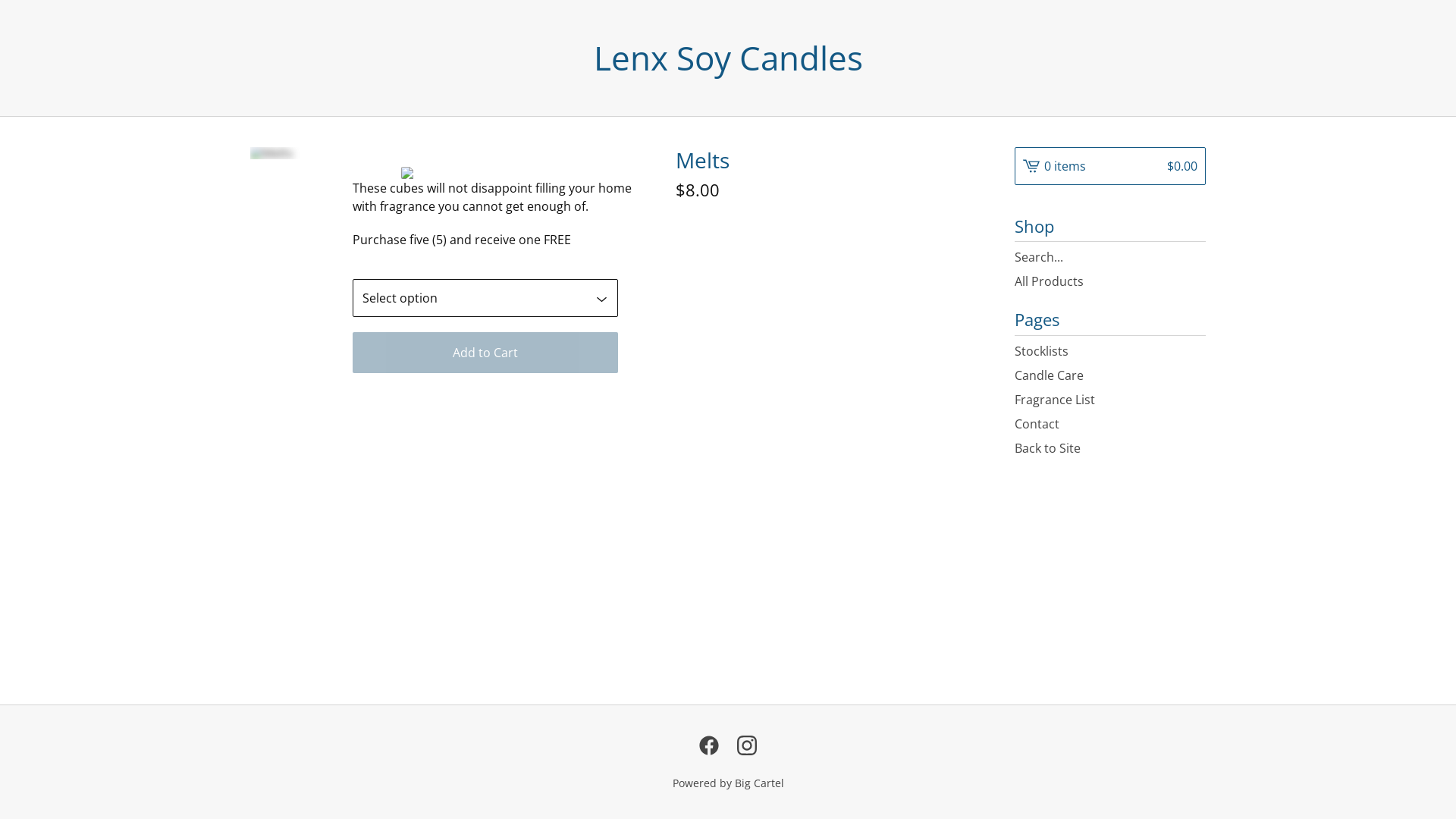 The width and height of the screenshot is (1456, 819). What do you see at coordinates (1110, 350) in the screenshot?
I see `'Stocklists'` at bounding box center [1110, 350].